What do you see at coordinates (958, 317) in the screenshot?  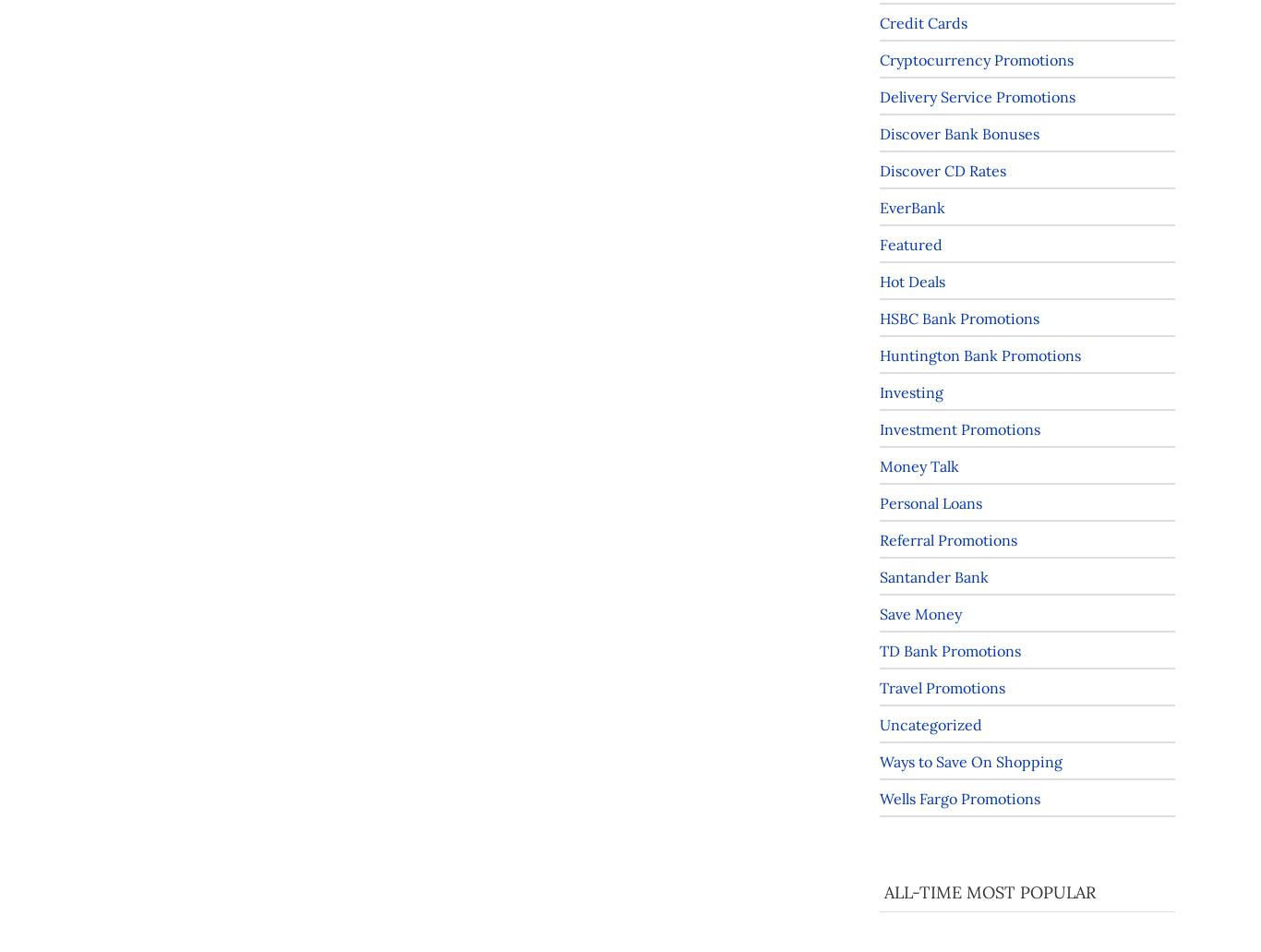 I see `'HSBC Bank Promotions'` at bounding box center [958, 317].